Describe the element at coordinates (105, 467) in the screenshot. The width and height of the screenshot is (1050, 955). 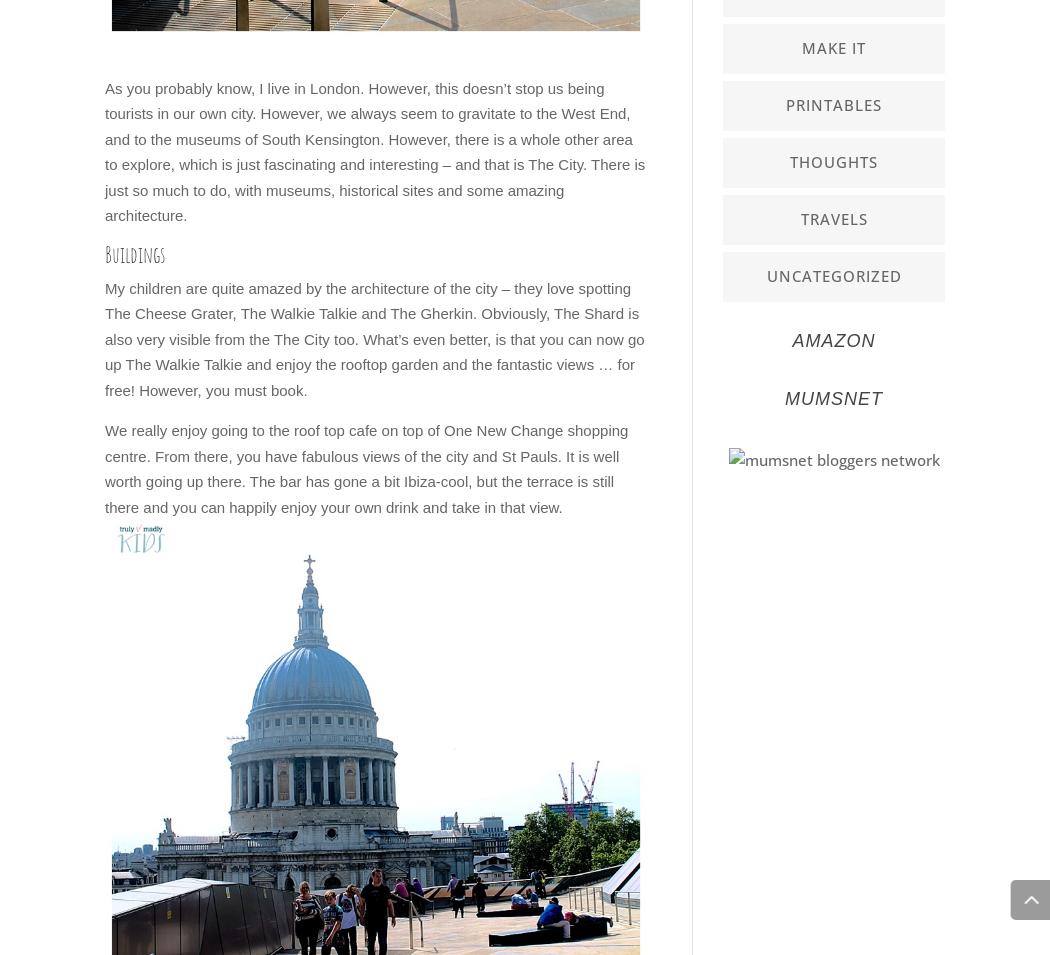
I see `'We really enjoy going to the roof top cafe on top of One New Change shopping centre. From there, you have fabulous views of the city and St Pauls. It is well worth going up there. The bar has gone a bit Ibiza-cool, but the terrace is still there and you can happily enjoy your own drink and take in that view.'` at that location.